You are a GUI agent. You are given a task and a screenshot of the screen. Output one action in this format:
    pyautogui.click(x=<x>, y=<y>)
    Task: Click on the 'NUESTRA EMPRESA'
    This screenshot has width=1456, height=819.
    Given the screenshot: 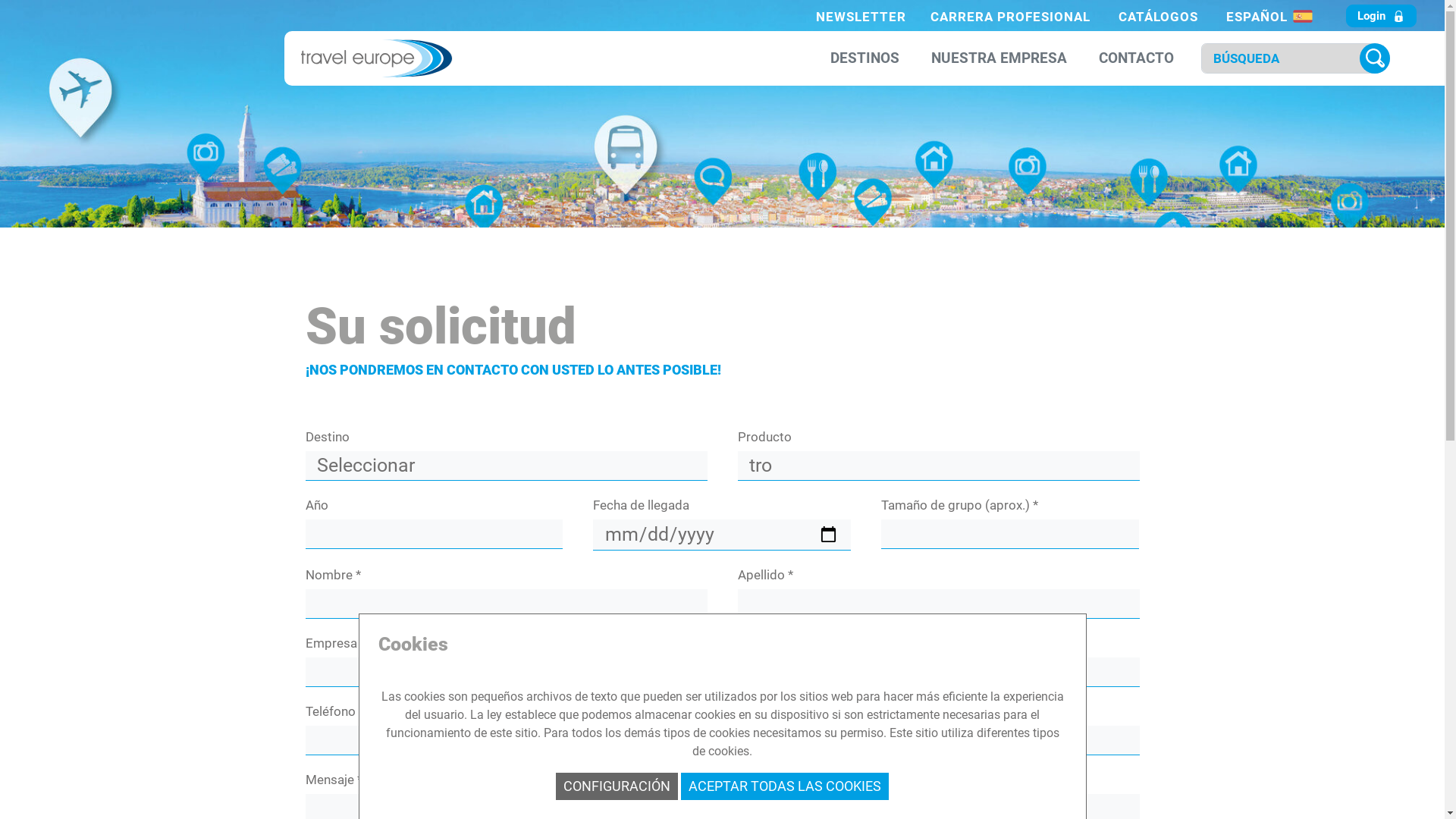 What is the action you would take?
    pyautogui.click(x=999, y=58)
    